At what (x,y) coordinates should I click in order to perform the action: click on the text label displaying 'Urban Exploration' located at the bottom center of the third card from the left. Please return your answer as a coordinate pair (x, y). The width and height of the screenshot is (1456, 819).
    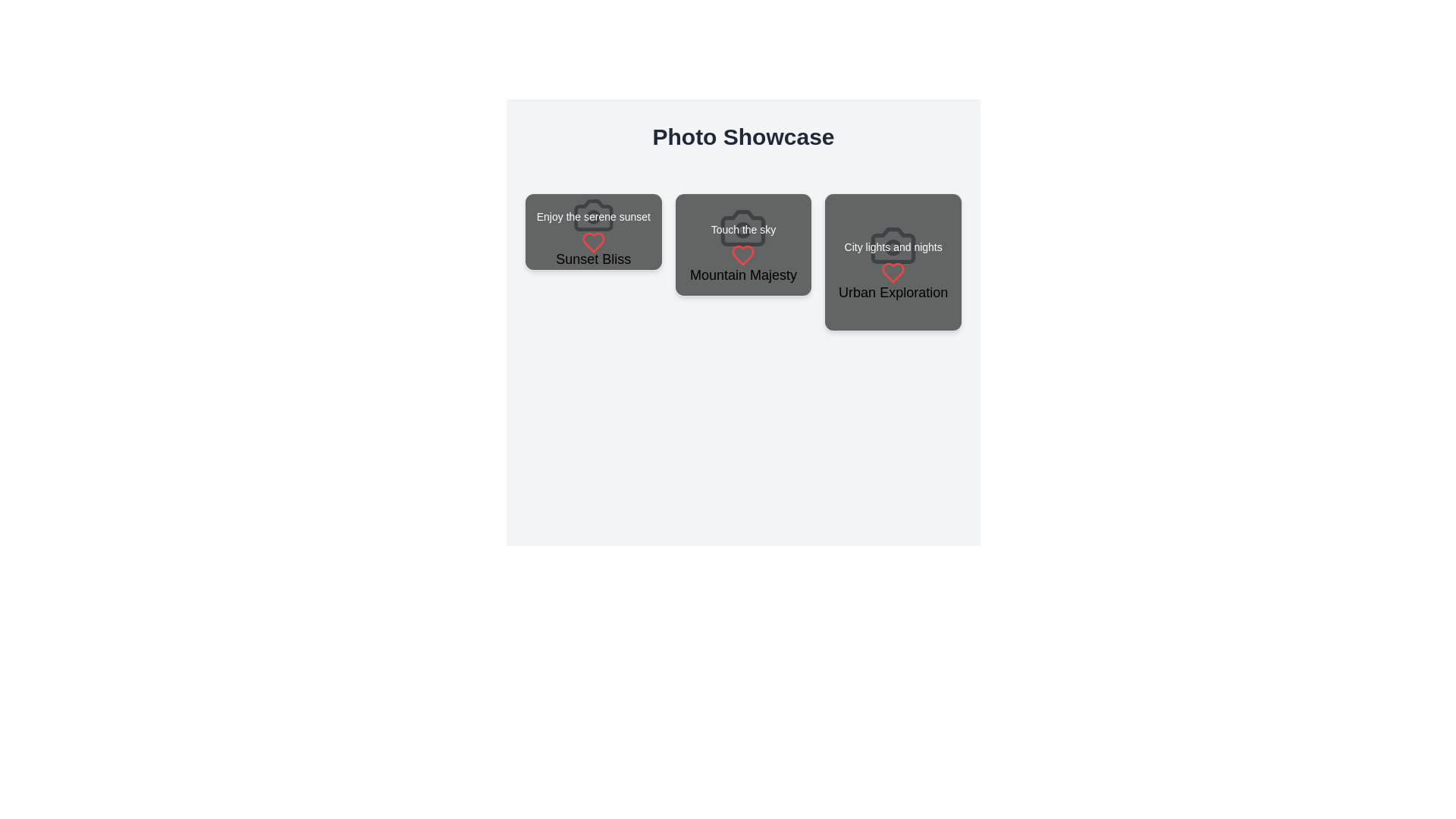
    Looking at the image, I should click on (893, 292).